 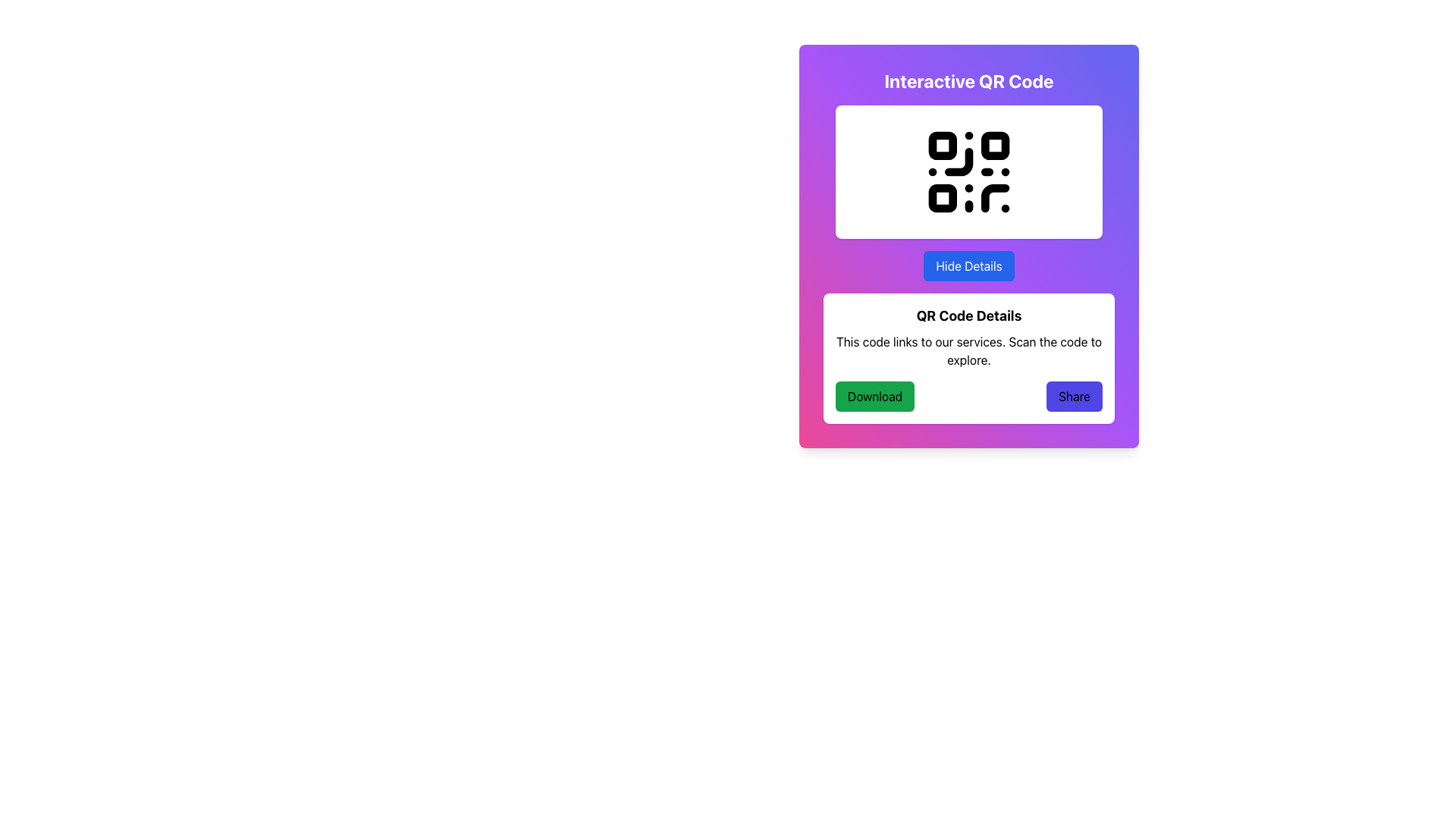 What do you see at coordinates (968, 350) in the screenshot?
I see `the descriptive text block that provides information about the QR code, located below the 'QR Code Details' title` at bounding box center [968, 350].